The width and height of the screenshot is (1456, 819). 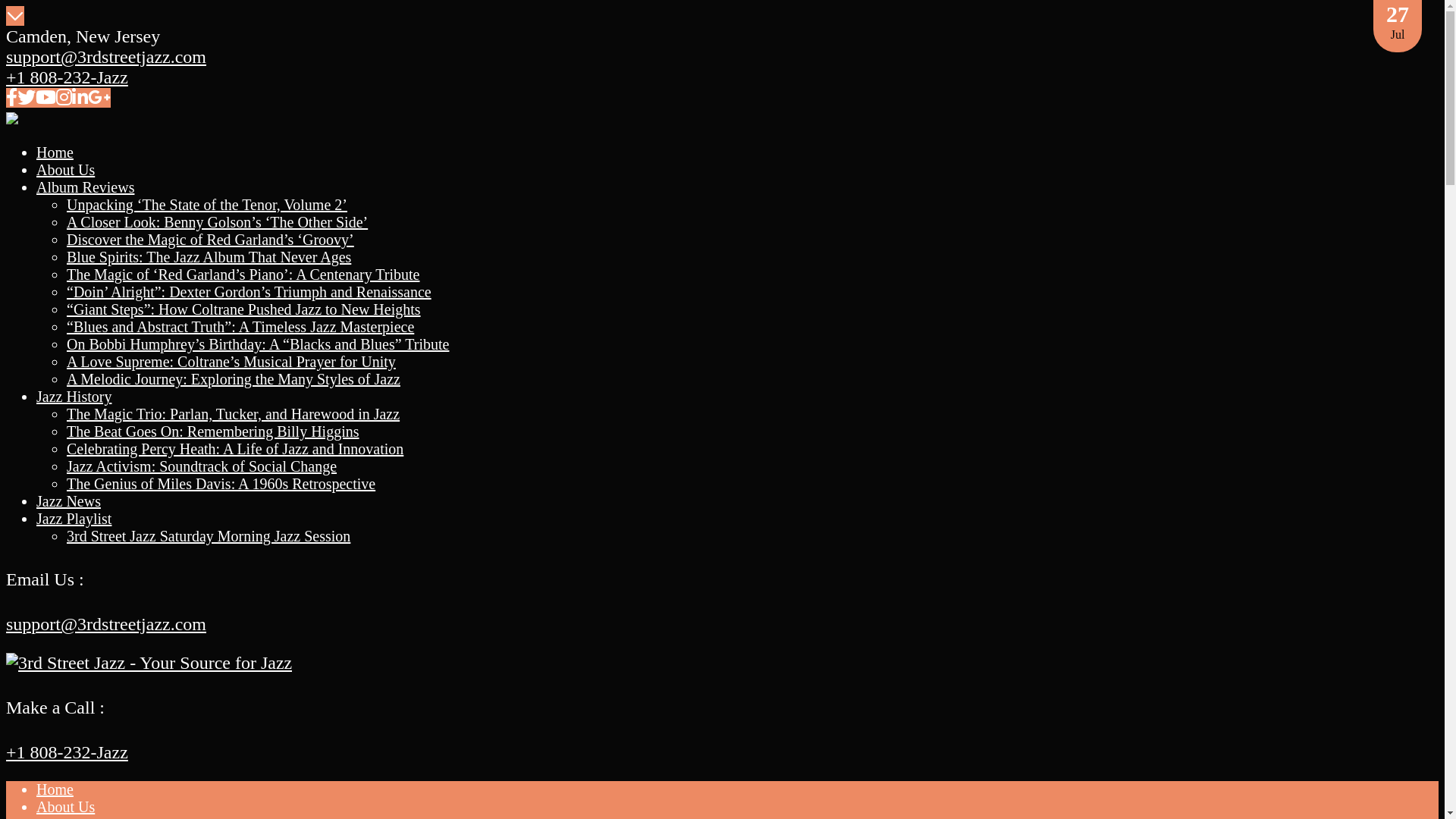 What do you see at coordinates (208, 256) in the screenshot?
I see `'Blue Spirits: The Jazz Album That Never Ages'` at bounding box center [208, 256].